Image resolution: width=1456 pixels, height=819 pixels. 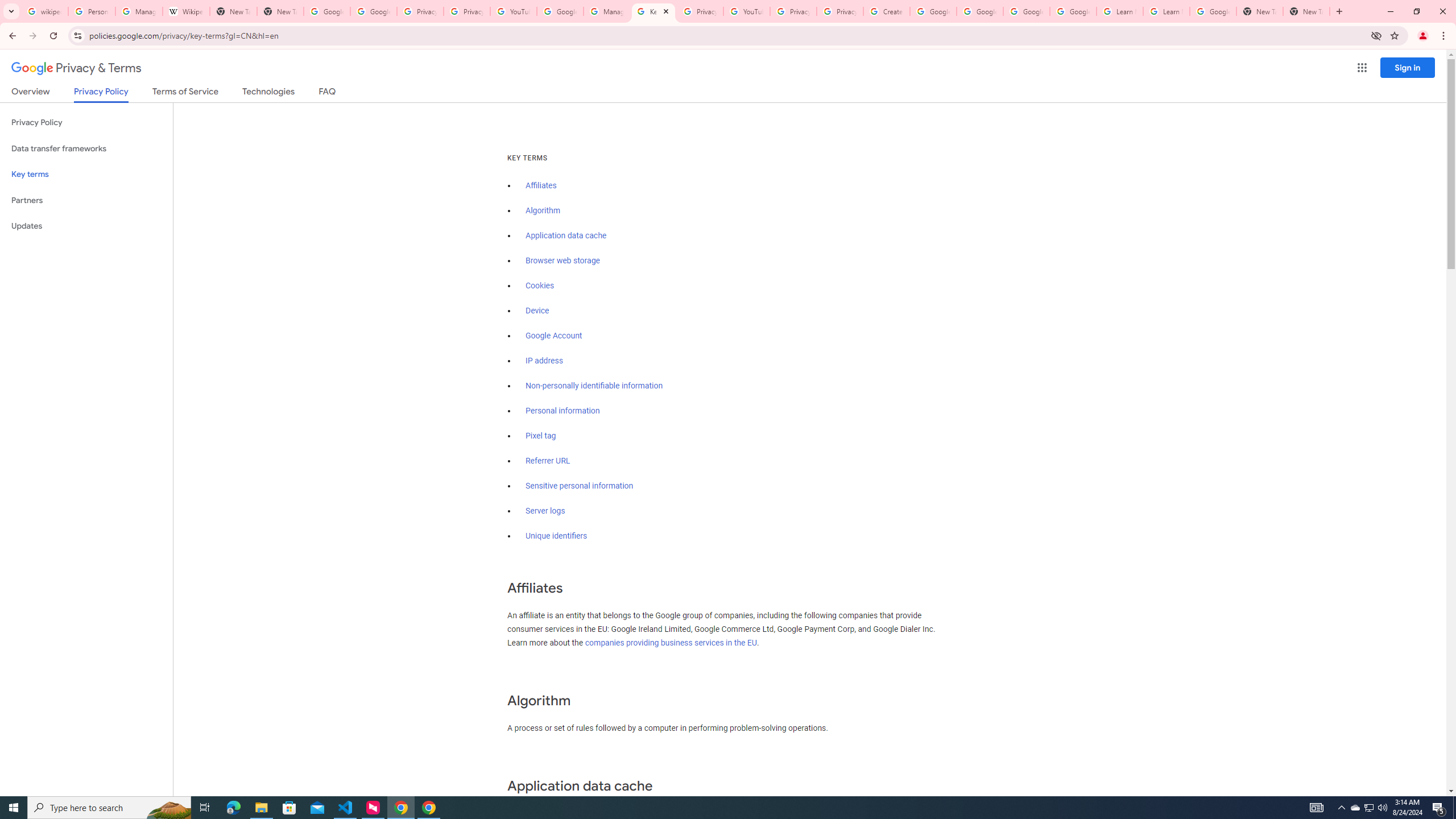 What do you see at coordinates (1306, 11) in the screenshot?
I see `'New Tab'` at bounding box center [1306, 11].